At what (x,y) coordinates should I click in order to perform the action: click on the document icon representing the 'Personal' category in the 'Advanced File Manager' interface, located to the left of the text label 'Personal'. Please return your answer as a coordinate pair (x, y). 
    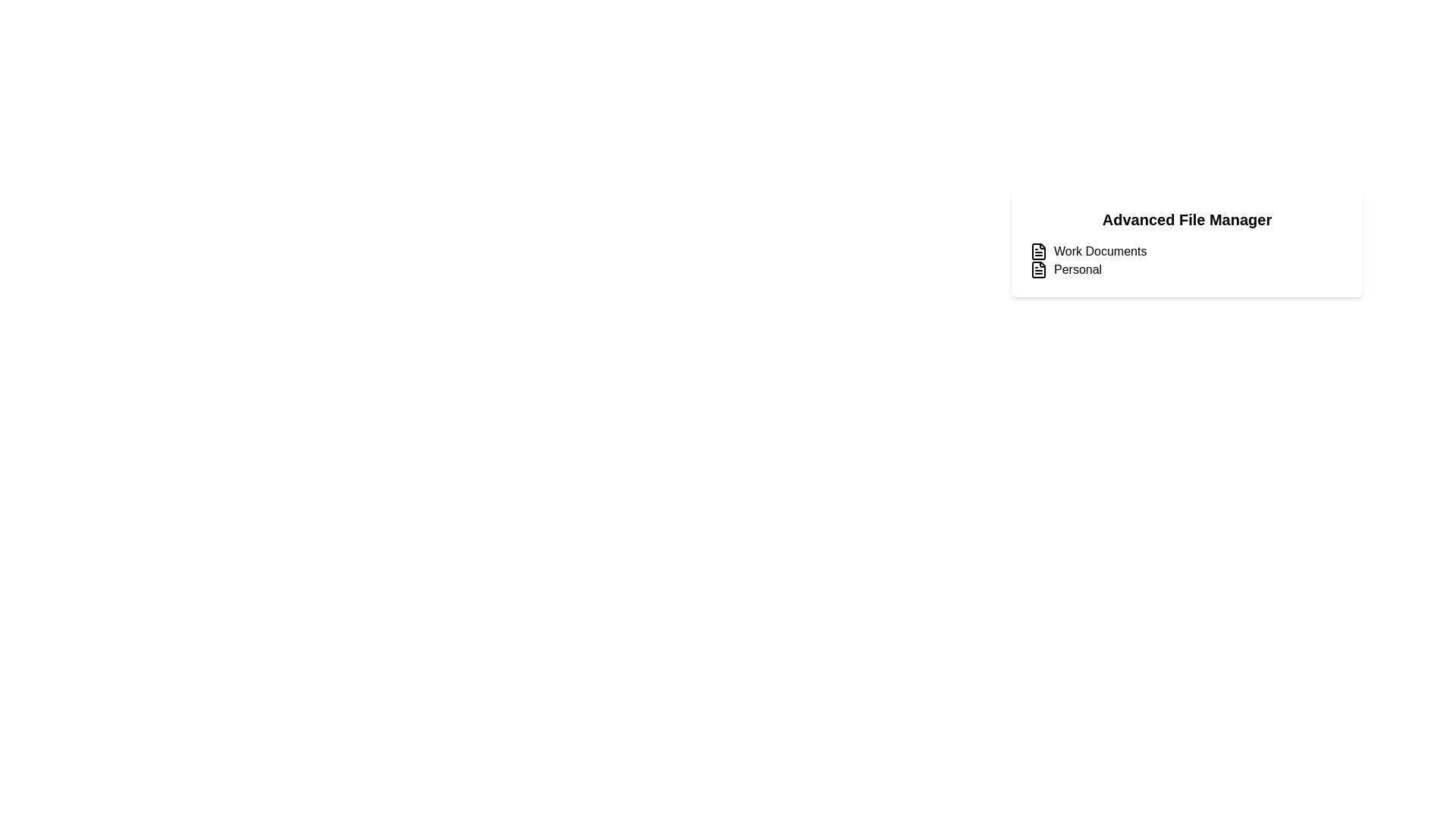
    Looking at the image, I should click on (1037, 268).